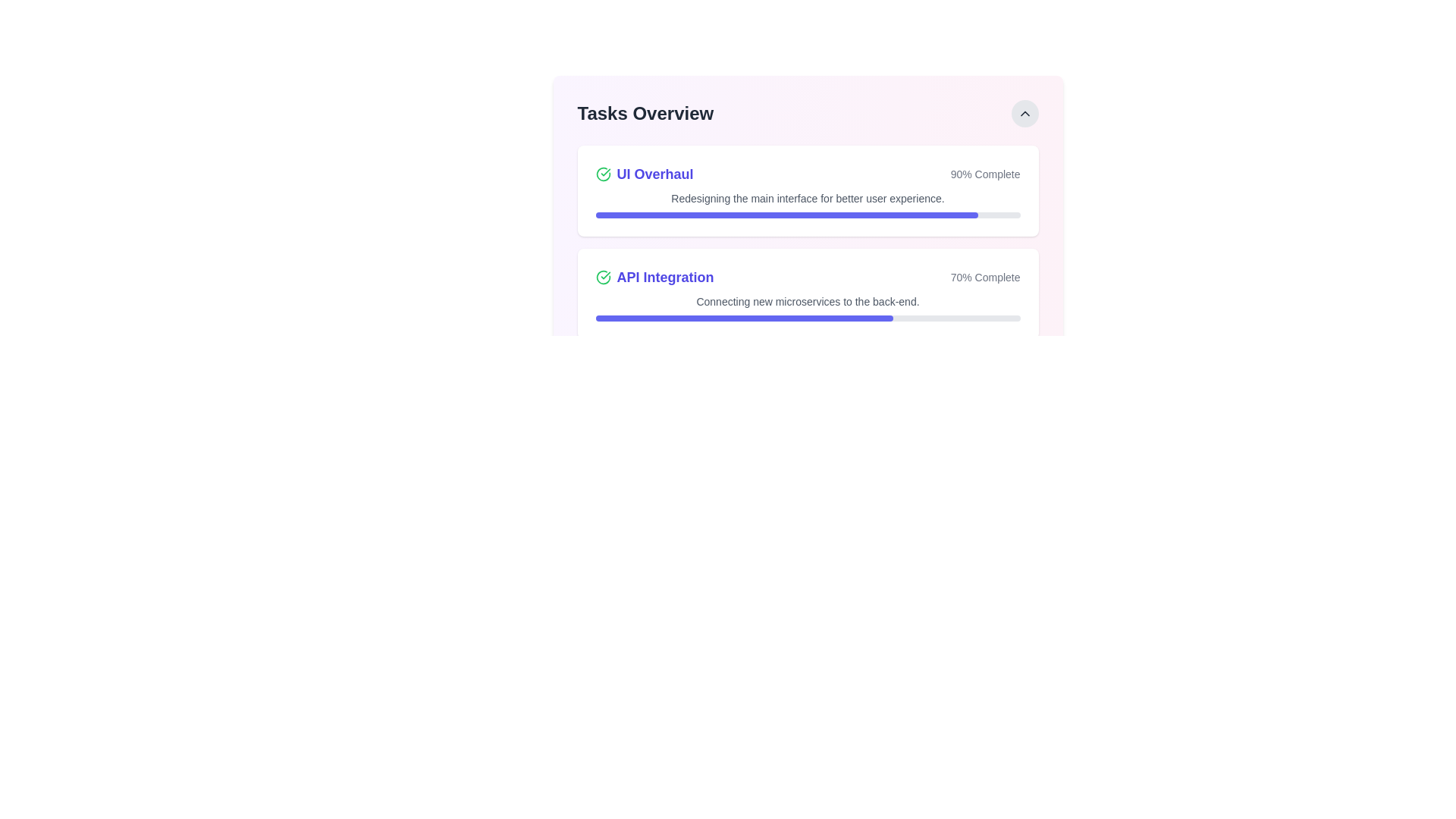  What do you see at coordinates (654, 278) in the screenshot?
I see `the text label indicating the task identity as 'API Integration', which is located below the 'UI Overhaul' task and next to a green checkmark icon` at bounding box center [654, 278].